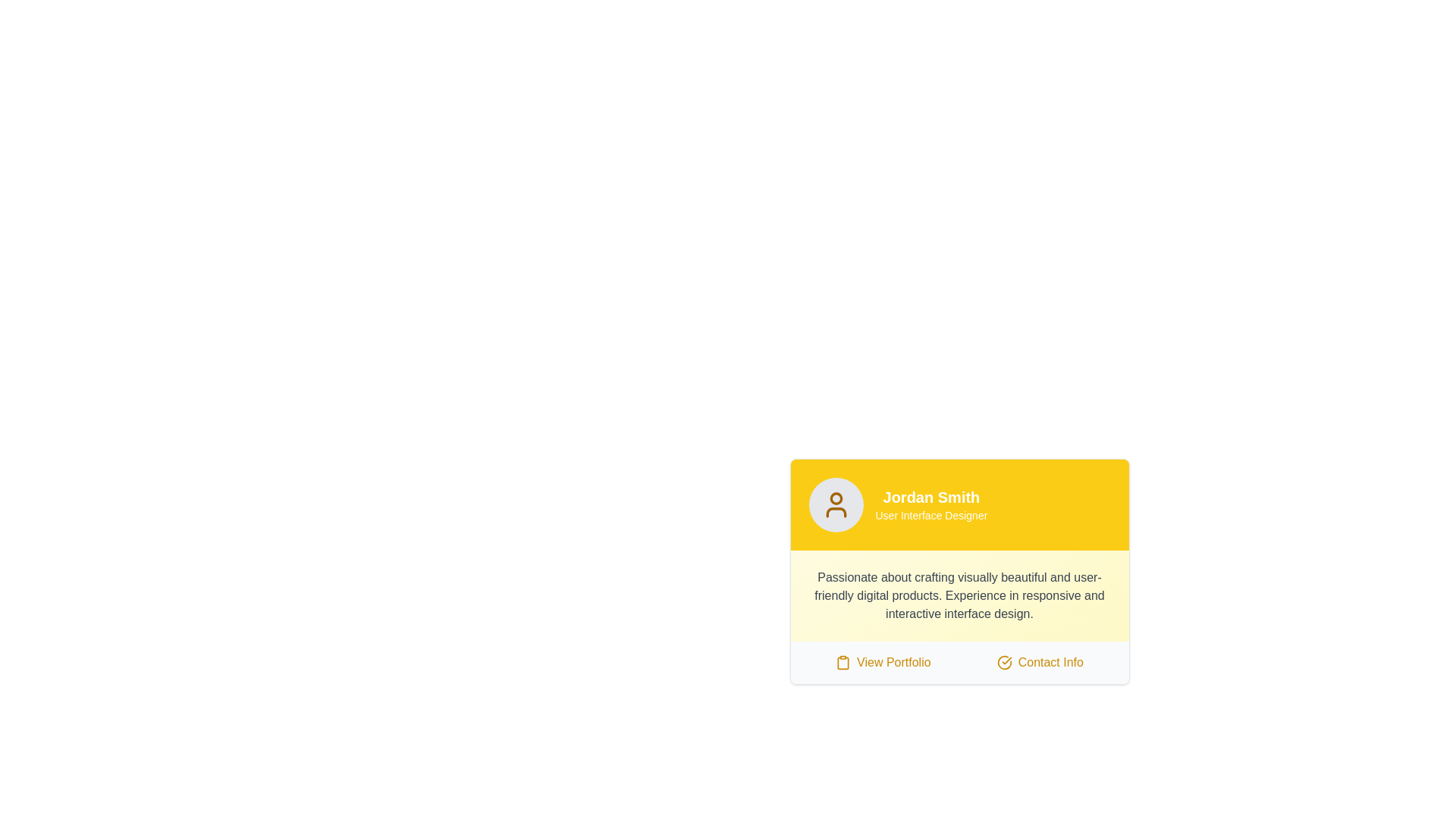 The image size is (1456, 819). Describe the element at coordinates (930, 514) in the screenshot. I see `the non-interactive text label indicating the professional title 'User Interface Designer', located beneath 'Jordan Smith' in the profile information section` at that location.